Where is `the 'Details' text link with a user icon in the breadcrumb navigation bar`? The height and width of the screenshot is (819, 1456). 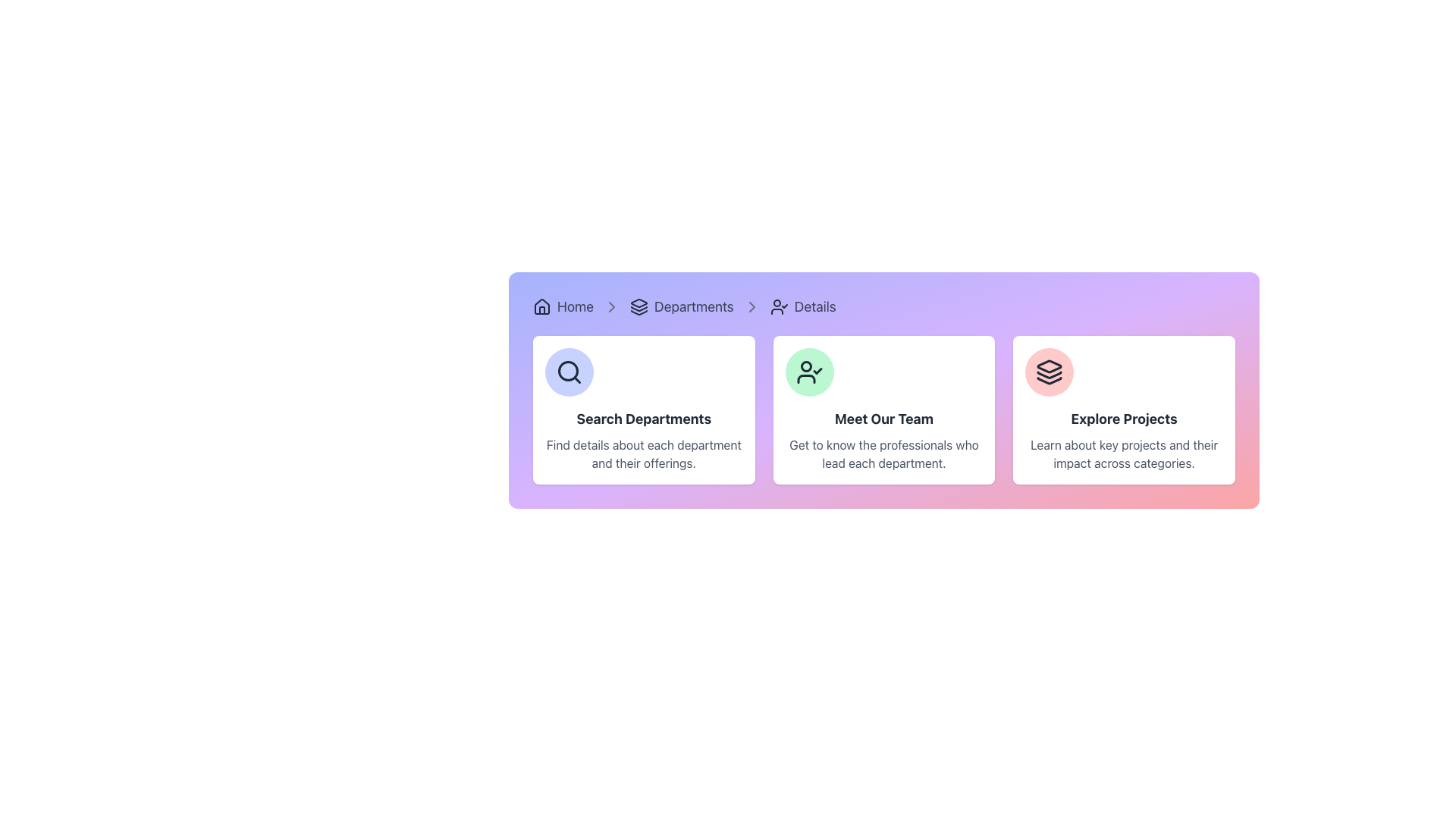 the 'Details' text link with a user icon in the breadcrumb navigation bar is located at coordinates (802, 307).